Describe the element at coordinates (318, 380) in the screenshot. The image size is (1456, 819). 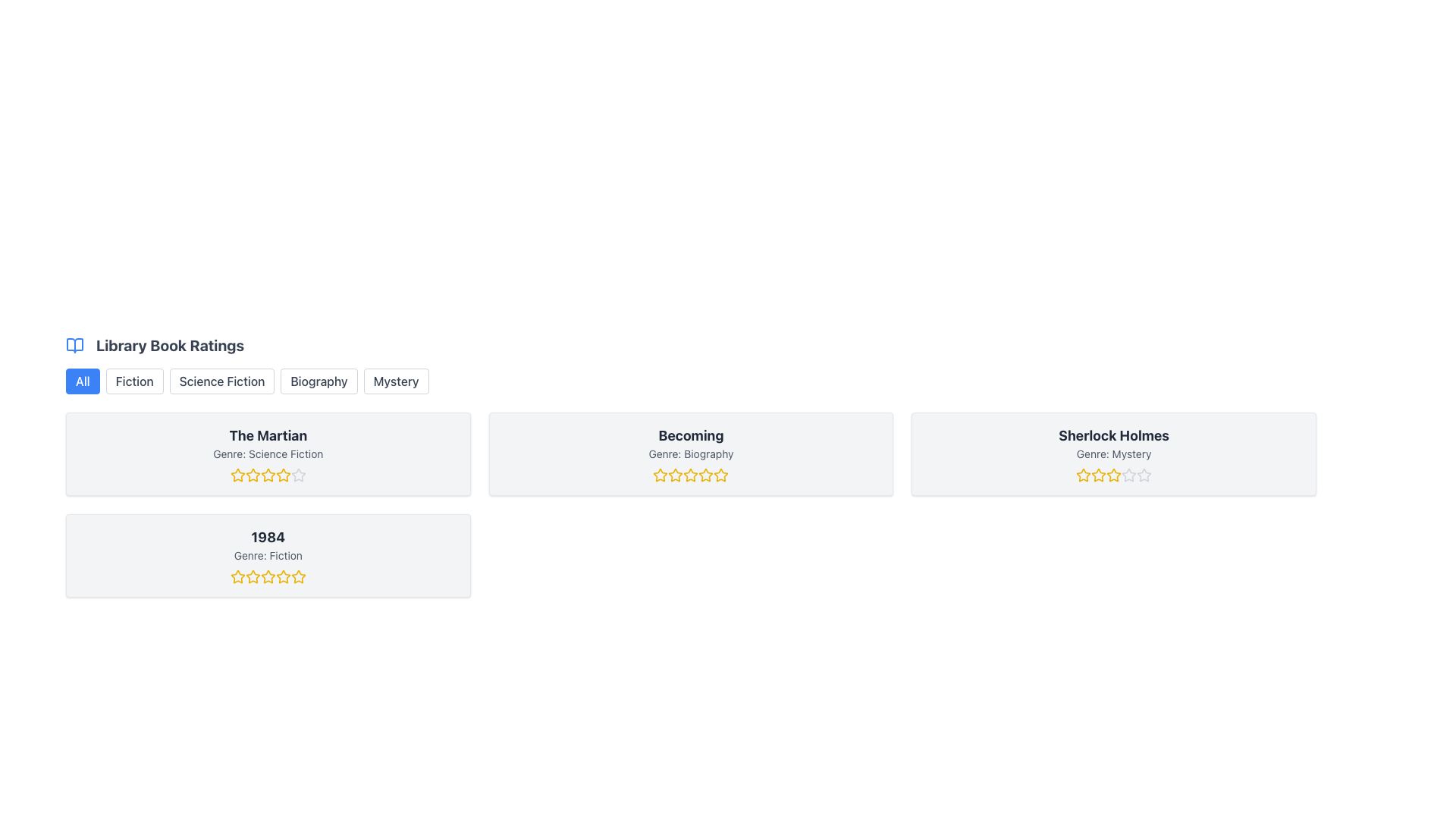
I see `the 'Biography' button, which is the fourth button in a horizontal row of category options located near the top of the page` at that location.